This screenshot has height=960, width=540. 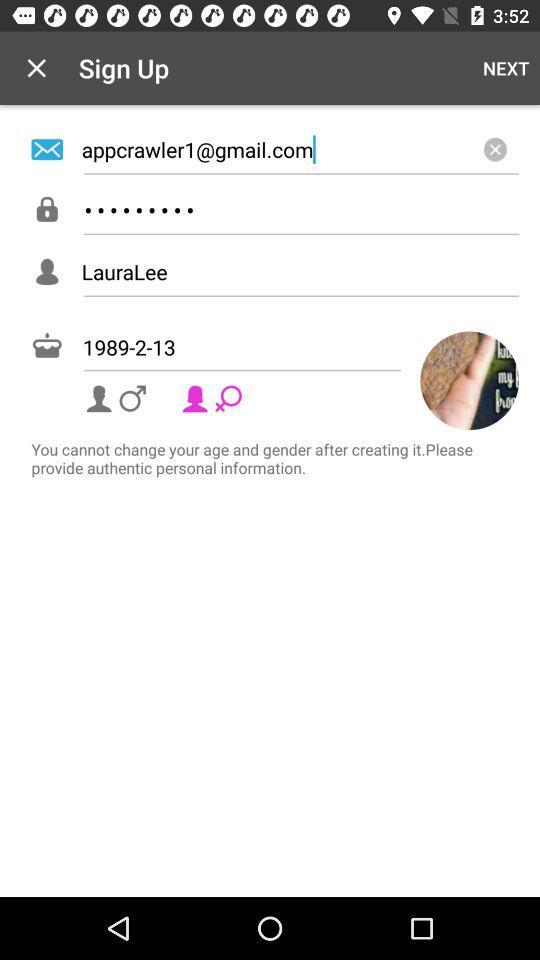 I want to click on crowd3116 icon, so click(x=299, y=210).